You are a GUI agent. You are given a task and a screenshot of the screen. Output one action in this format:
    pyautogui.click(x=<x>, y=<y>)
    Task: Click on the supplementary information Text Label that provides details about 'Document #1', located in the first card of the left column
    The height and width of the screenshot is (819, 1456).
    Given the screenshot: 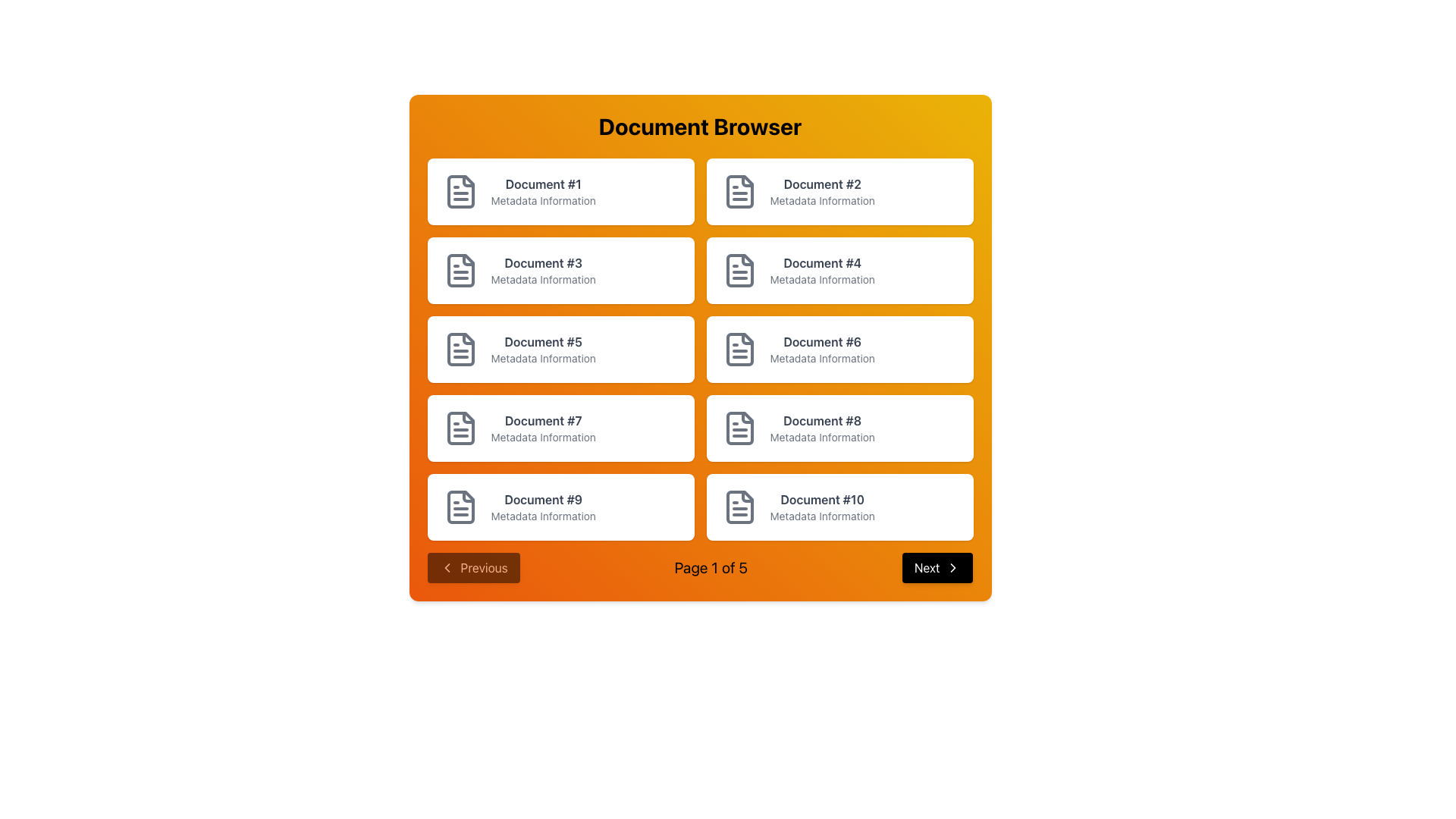 What is the action you would take?
    pyautogui.click(x=543, y=200)
    